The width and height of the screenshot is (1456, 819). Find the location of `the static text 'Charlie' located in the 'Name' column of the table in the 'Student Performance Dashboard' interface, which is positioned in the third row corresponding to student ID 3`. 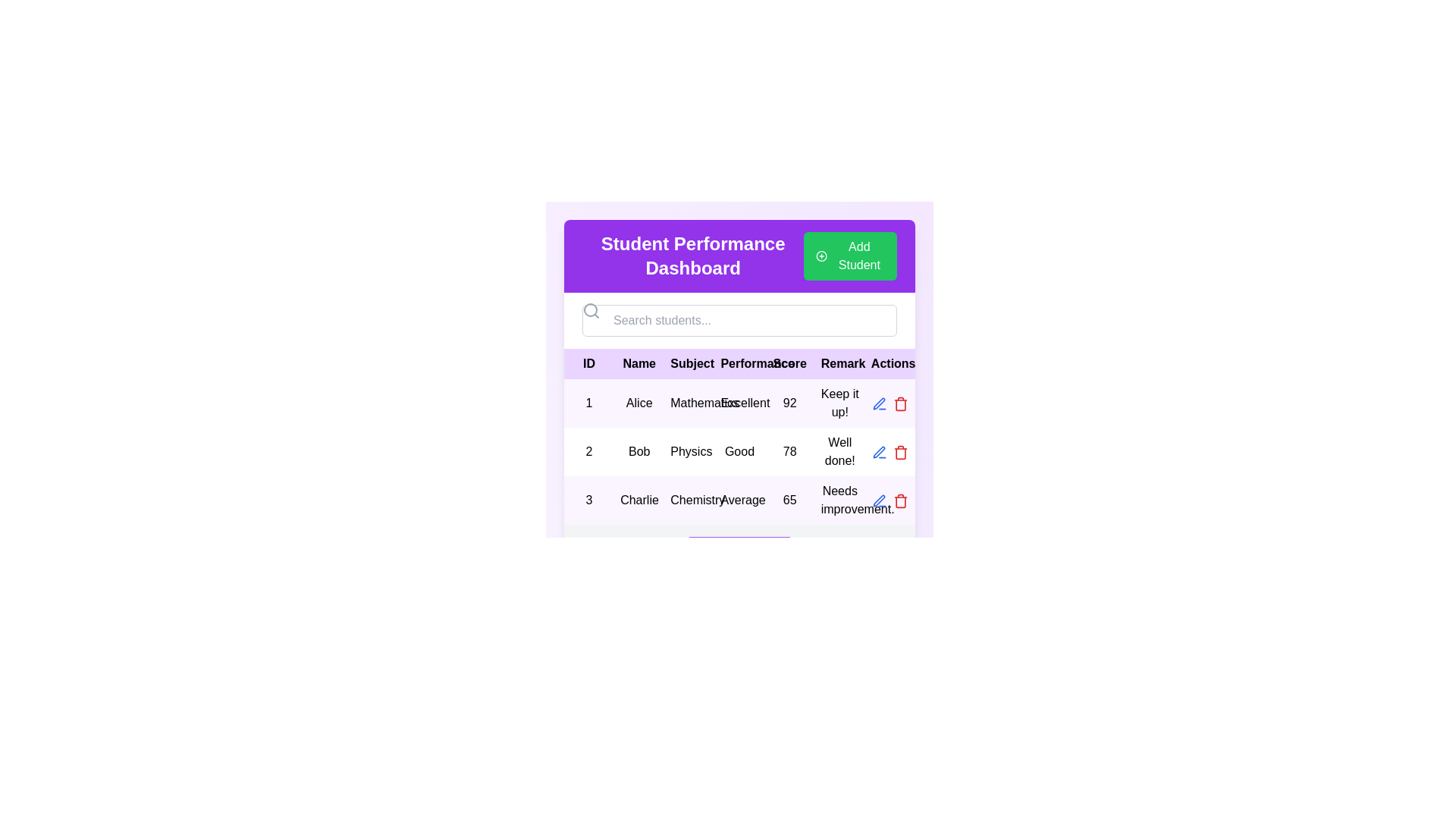

the static text 'Charlie' located in the 'Name' column of the table in the 'Student Performance Dashboard' interface, which is positioned in the third row corresponding to student ID 3 is located at coordinates (639, 500).